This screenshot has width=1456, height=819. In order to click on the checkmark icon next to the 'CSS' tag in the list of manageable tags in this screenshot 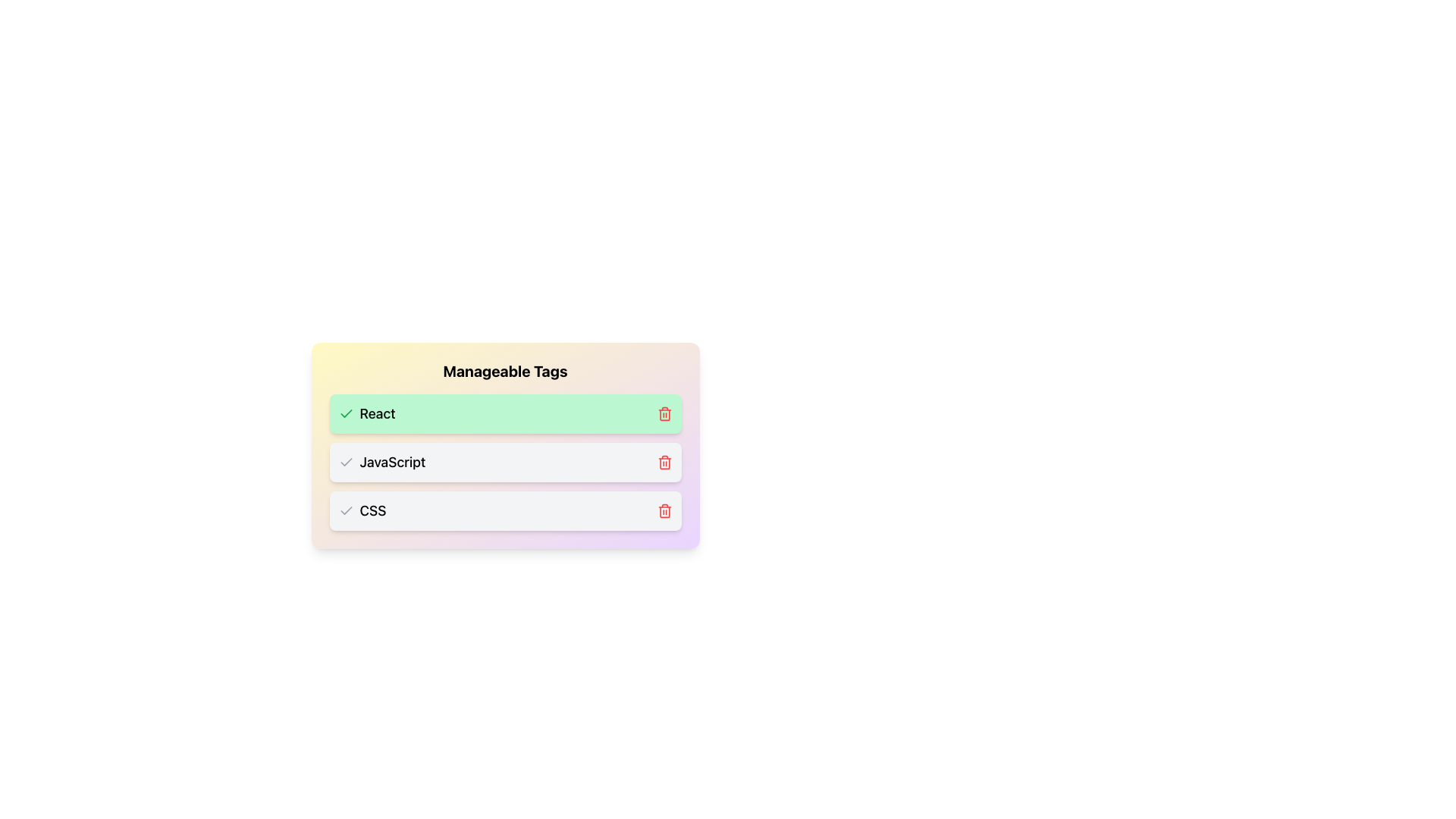, I will do `click(362, 511)`.